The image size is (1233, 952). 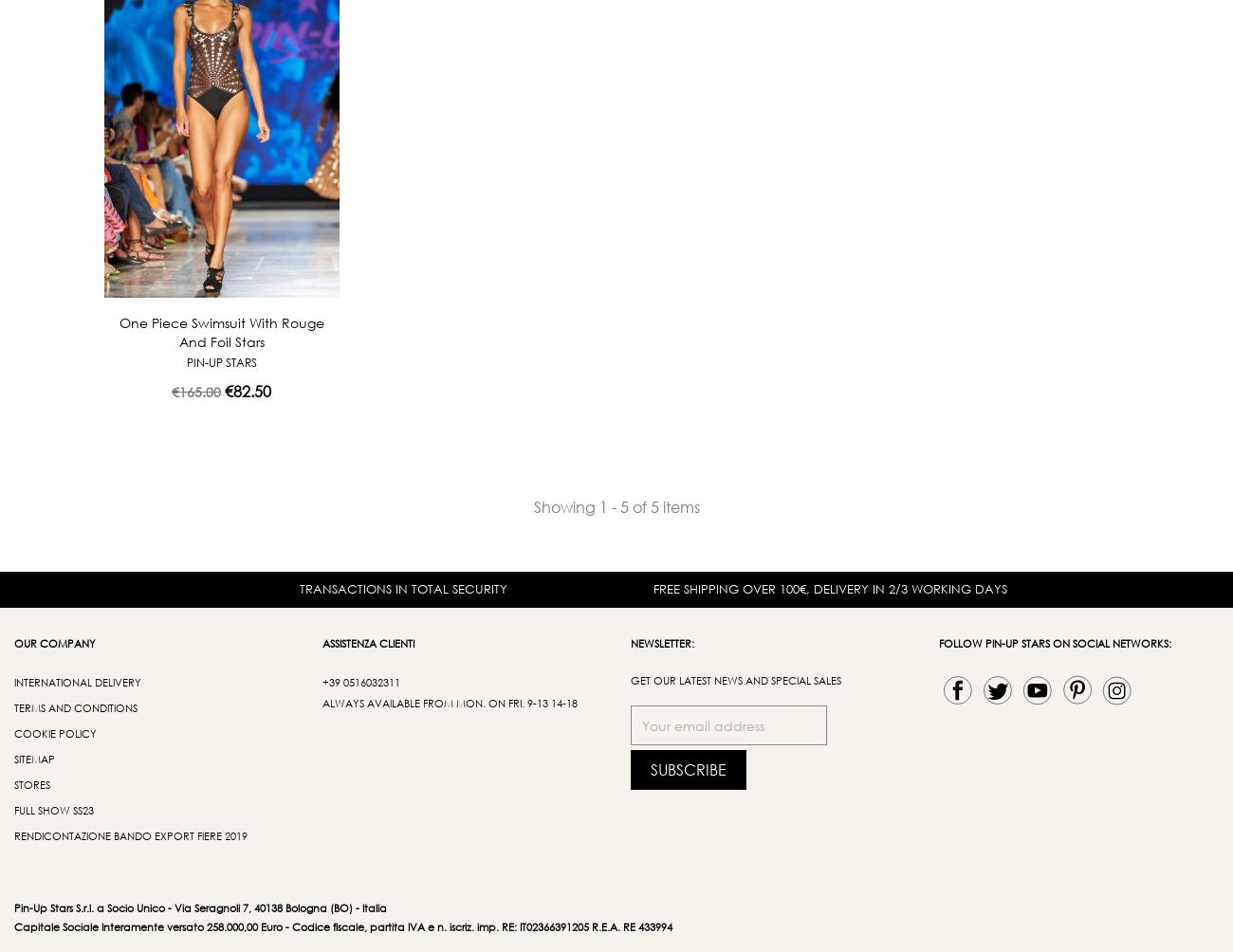 What do you see at coordinates (402, 588) in the screenshot?
I see `'TRANSACTIONS IN TOTAL SECURITY'` at bounding box center [402, 588].